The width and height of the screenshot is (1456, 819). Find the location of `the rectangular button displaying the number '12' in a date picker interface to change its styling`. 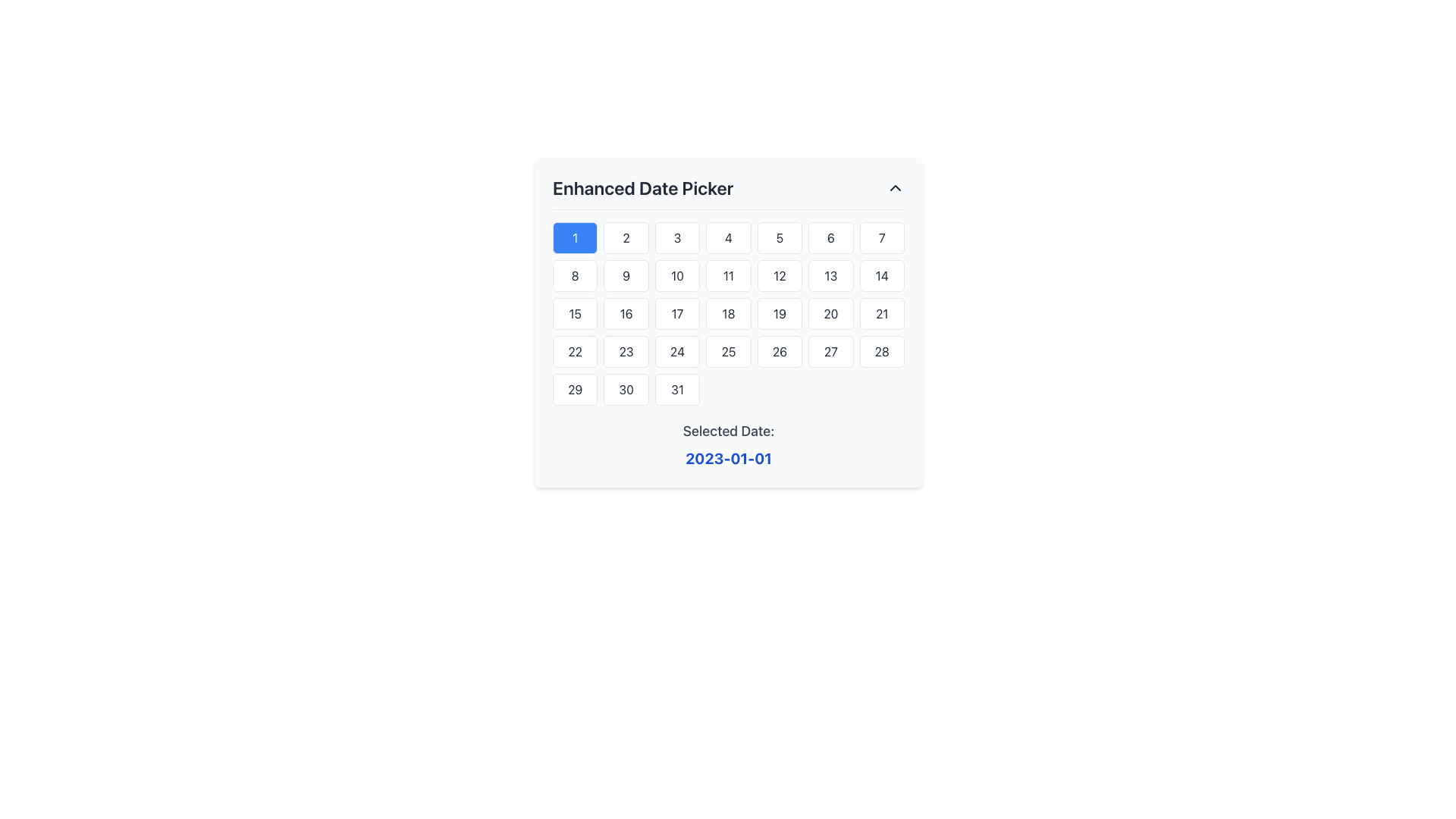

the rectangular button displaying the number '12' in a date picker interface to change its styling is located at coordinates (780, 275).